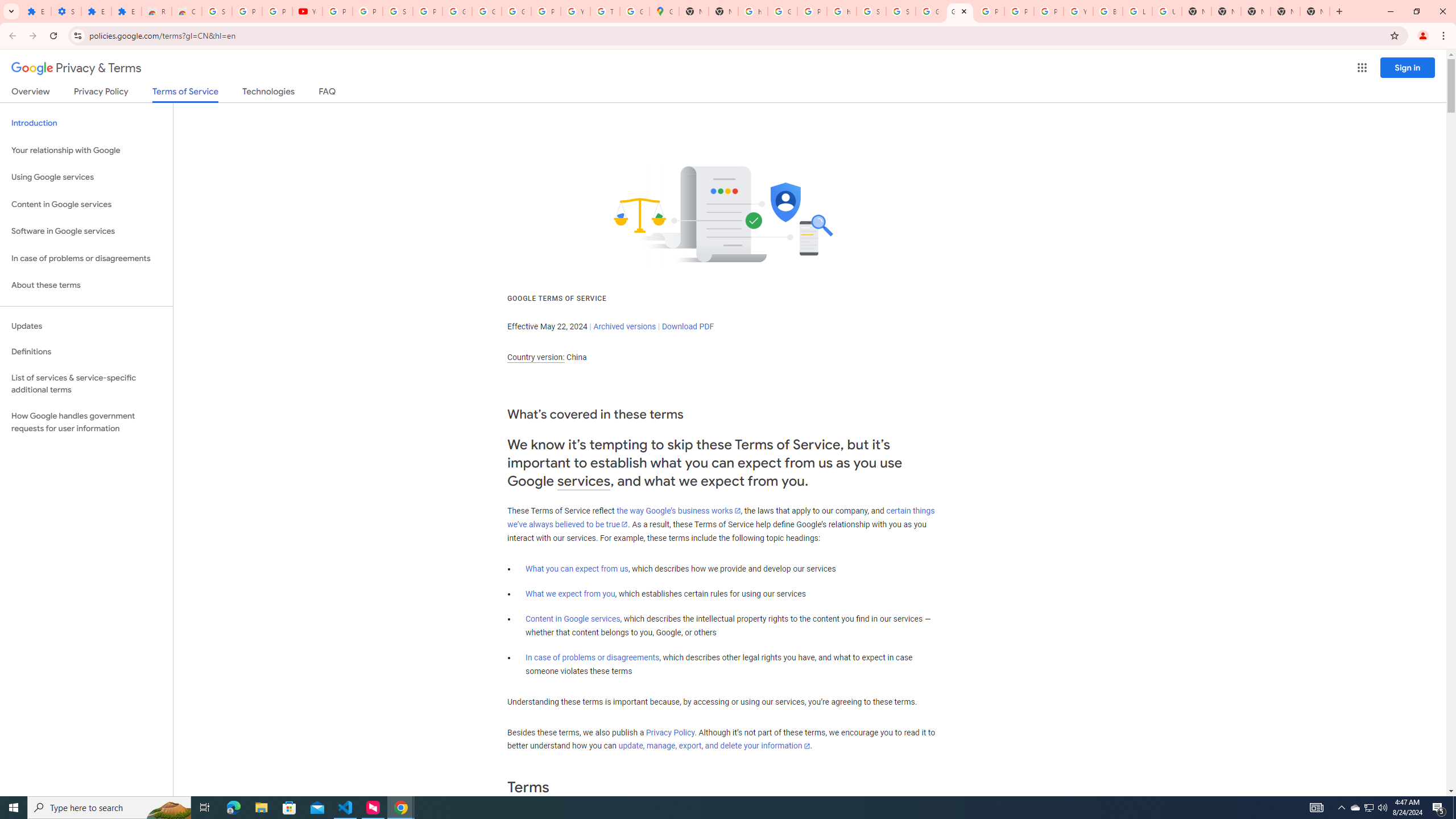 This screenshot has height=819, width=1456. What do you see at coordinates (624, 325) in the screenshot?
I see `'Archived versions'` at bounding box center [624, 325].